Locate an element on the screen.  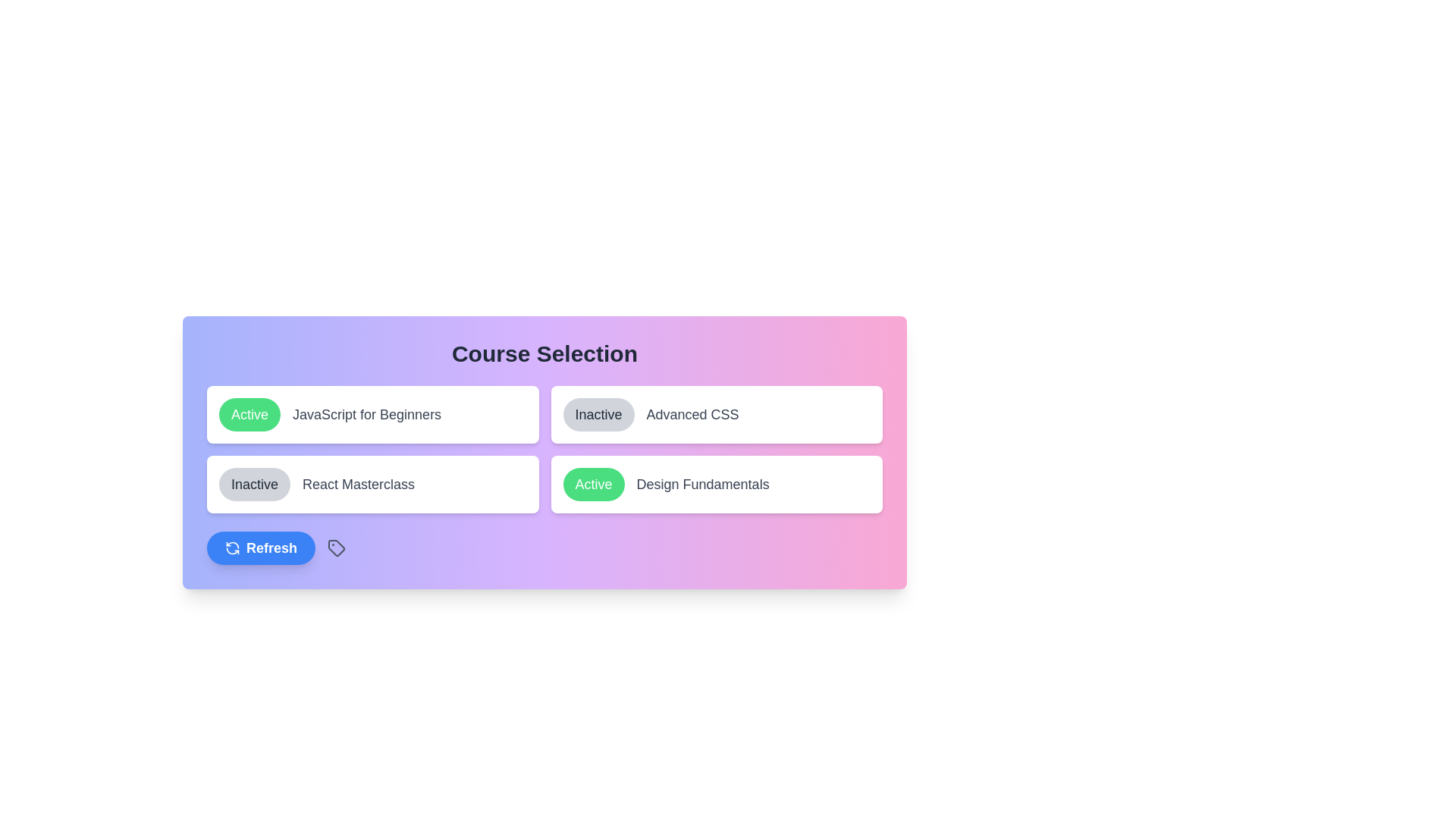
the 'Active' button with a green background is located at coordinates (592, 485).